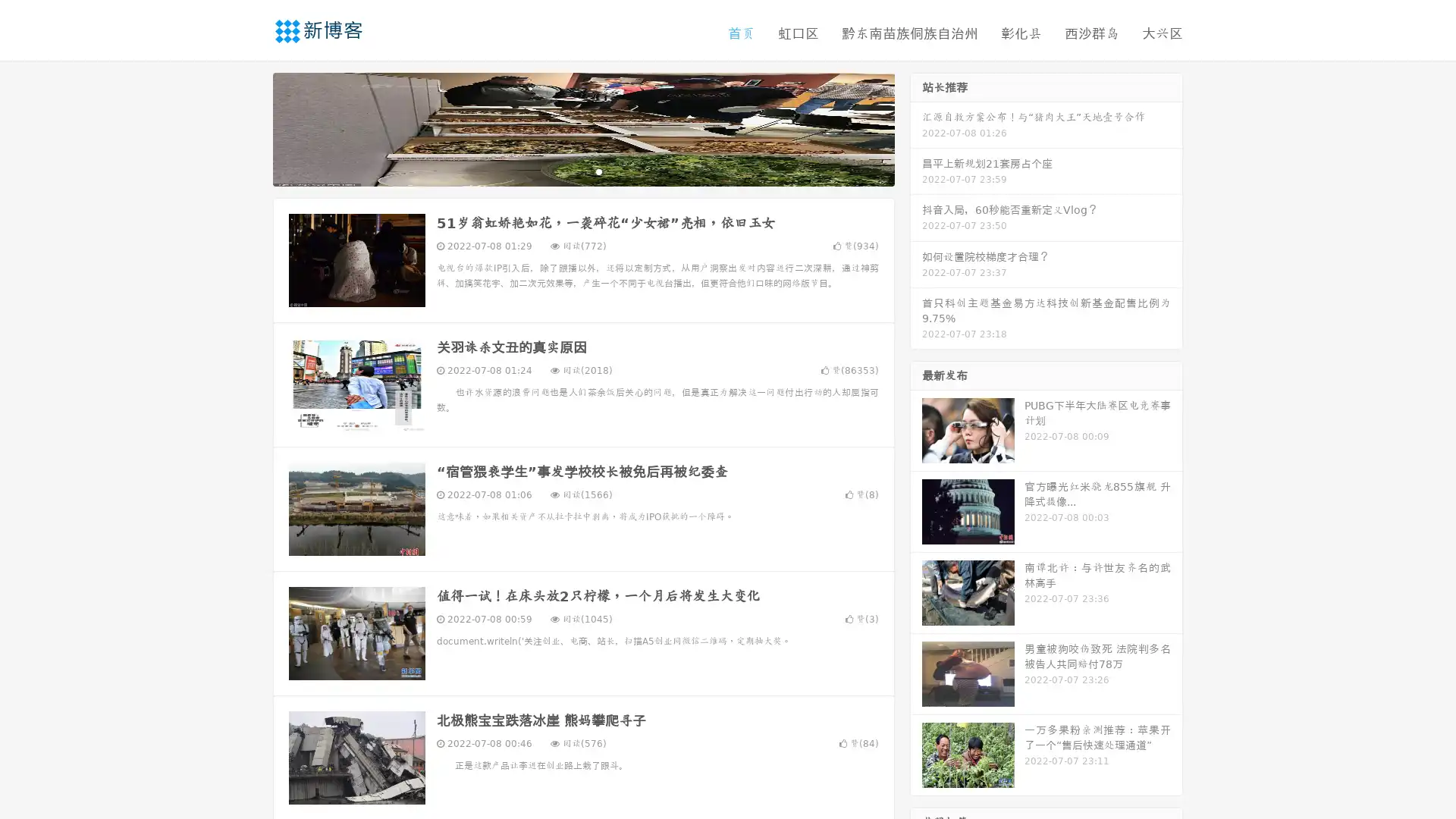 The image size is (1456, 819). Describe the element at coordinates (250, 127) in the screenshot. I see `Previous slide` at that location.